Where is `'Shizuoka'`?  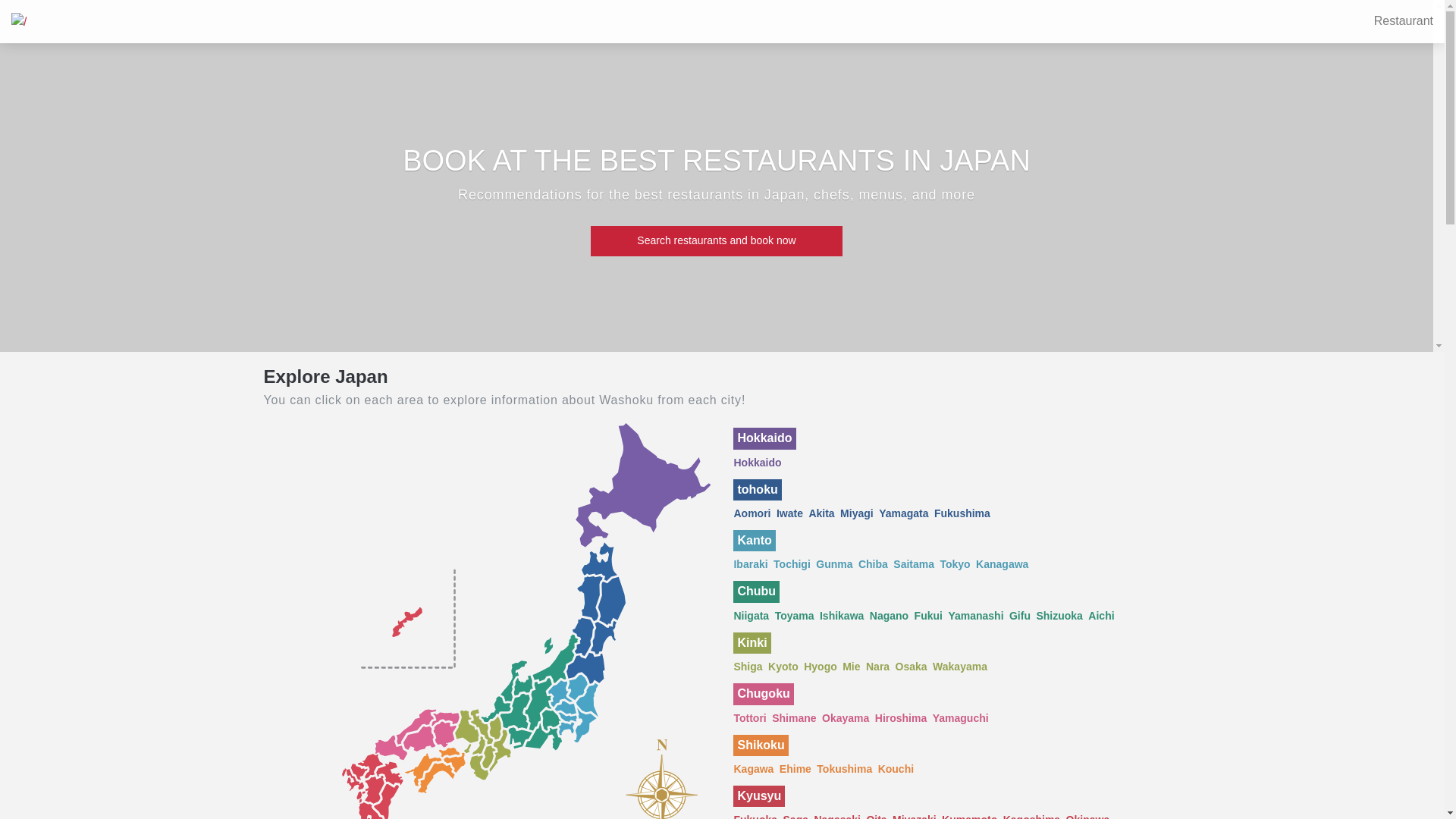
'Shizuoka' is located at coordinates (1058, 616).